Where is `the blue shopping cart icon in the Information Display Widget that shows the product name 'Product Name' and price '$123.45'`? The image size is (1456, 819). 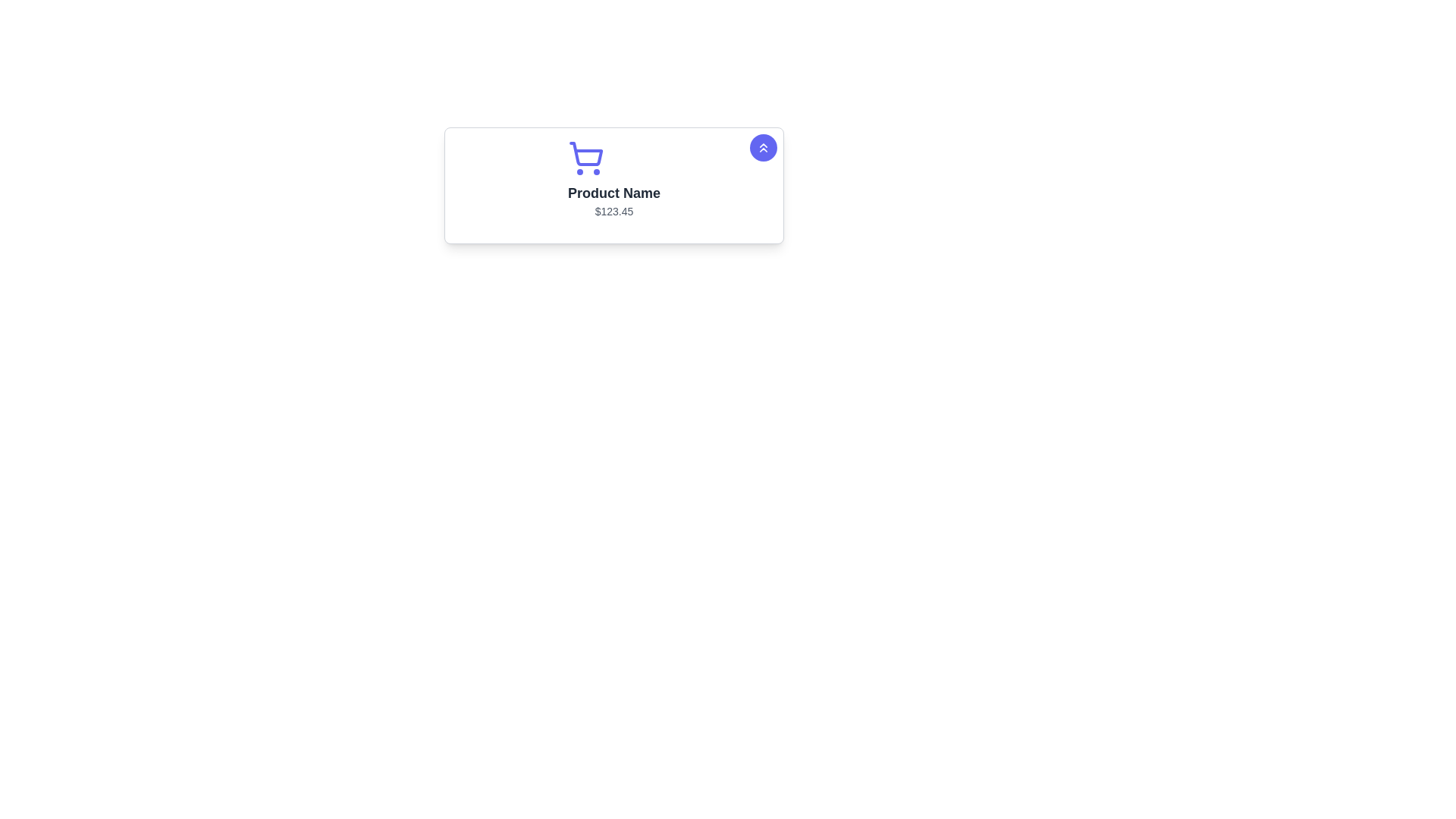 the blue shopping cart icon in the Information Display Widget that shows the product name 'Product Name' and price '$123.45' is located at coordinates (614, 185).